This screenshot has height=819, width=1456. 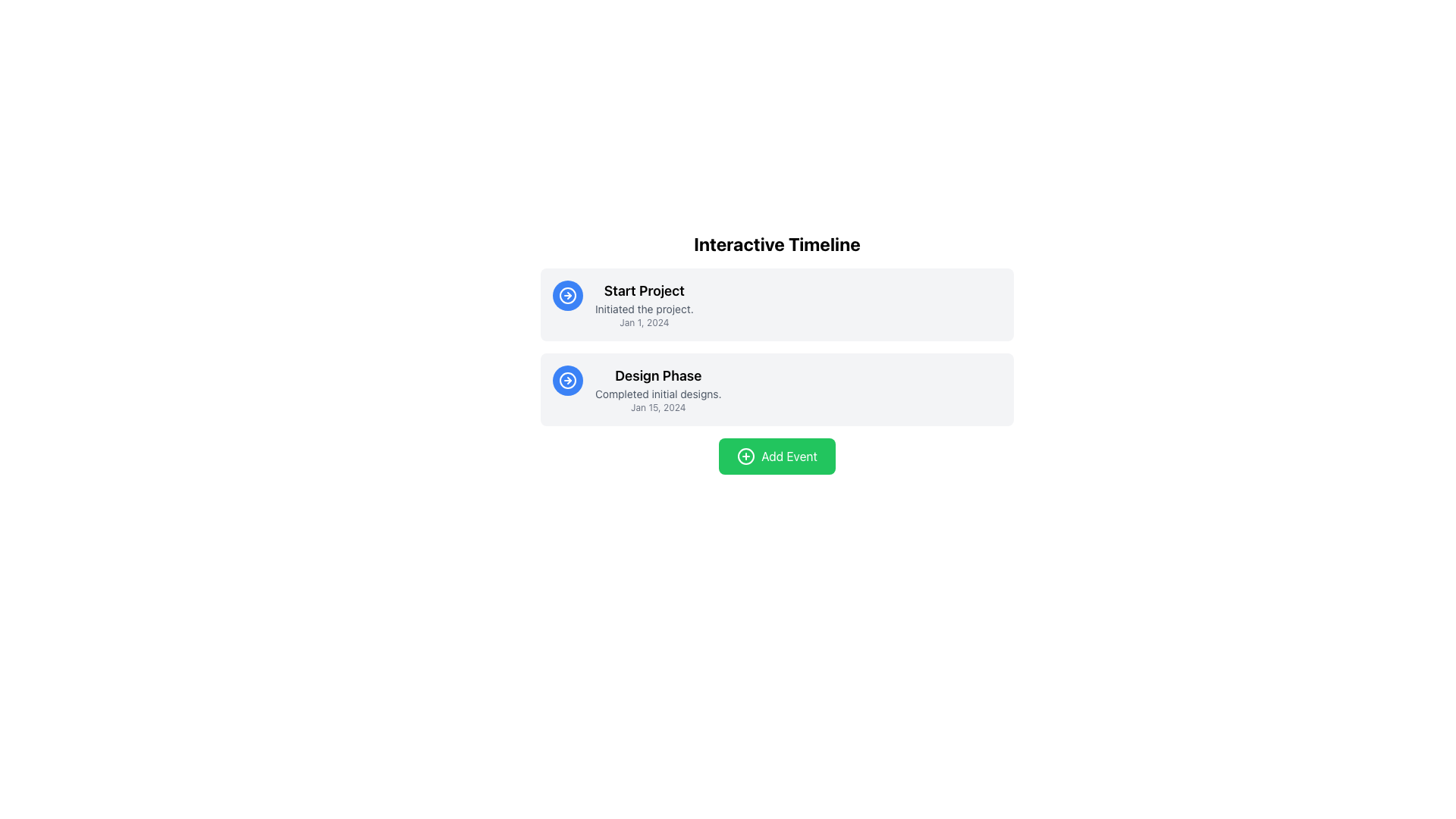 I want to click on the graphical arrow in the Timeline section of the Interactive Timeline, which contains events labeled 'Start Project' and 'Design Phase', so click(x=777, y=347).